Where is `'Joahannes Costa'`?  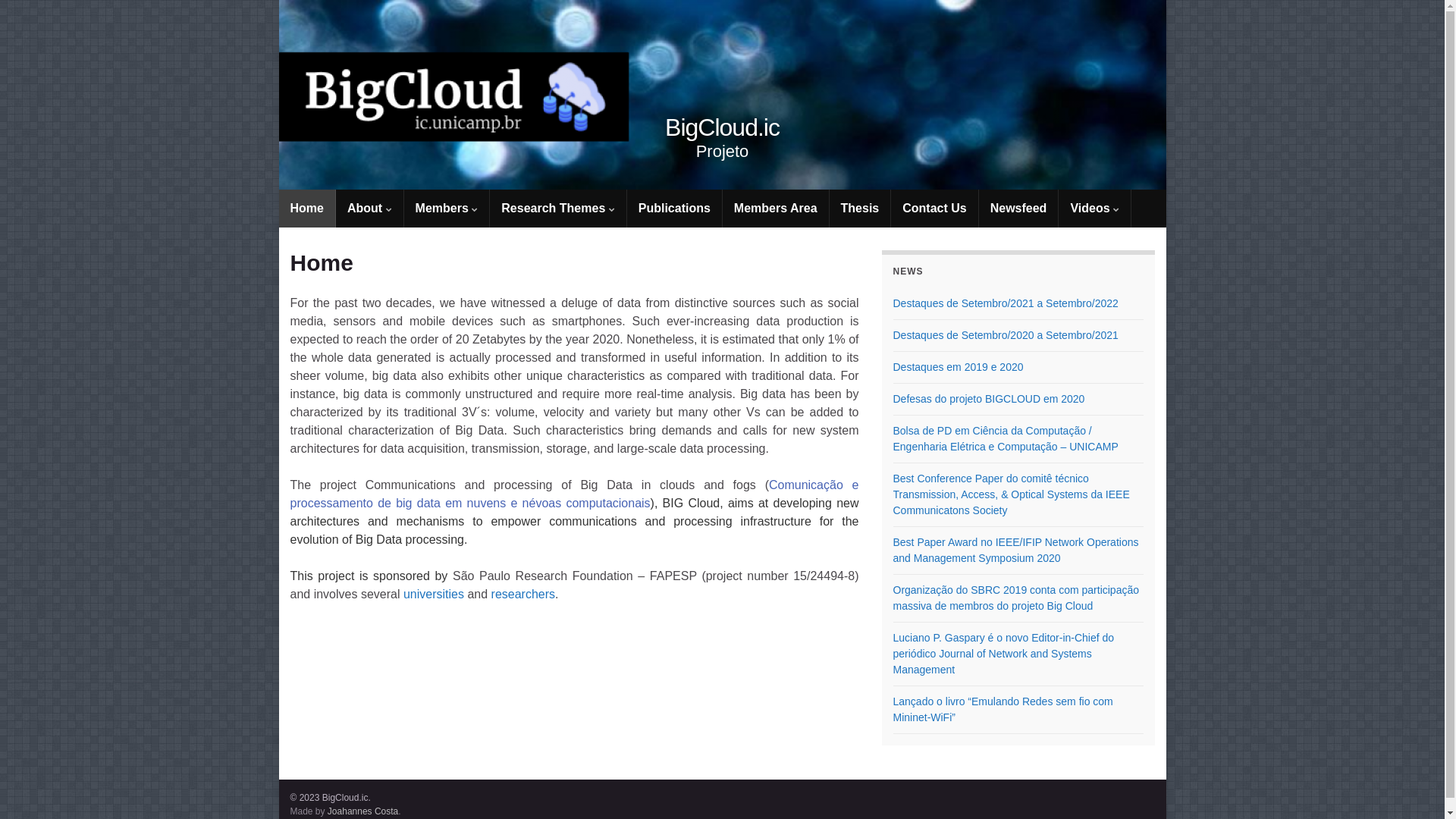
'Joahannes Costa' is located at coordinates (362, 810).